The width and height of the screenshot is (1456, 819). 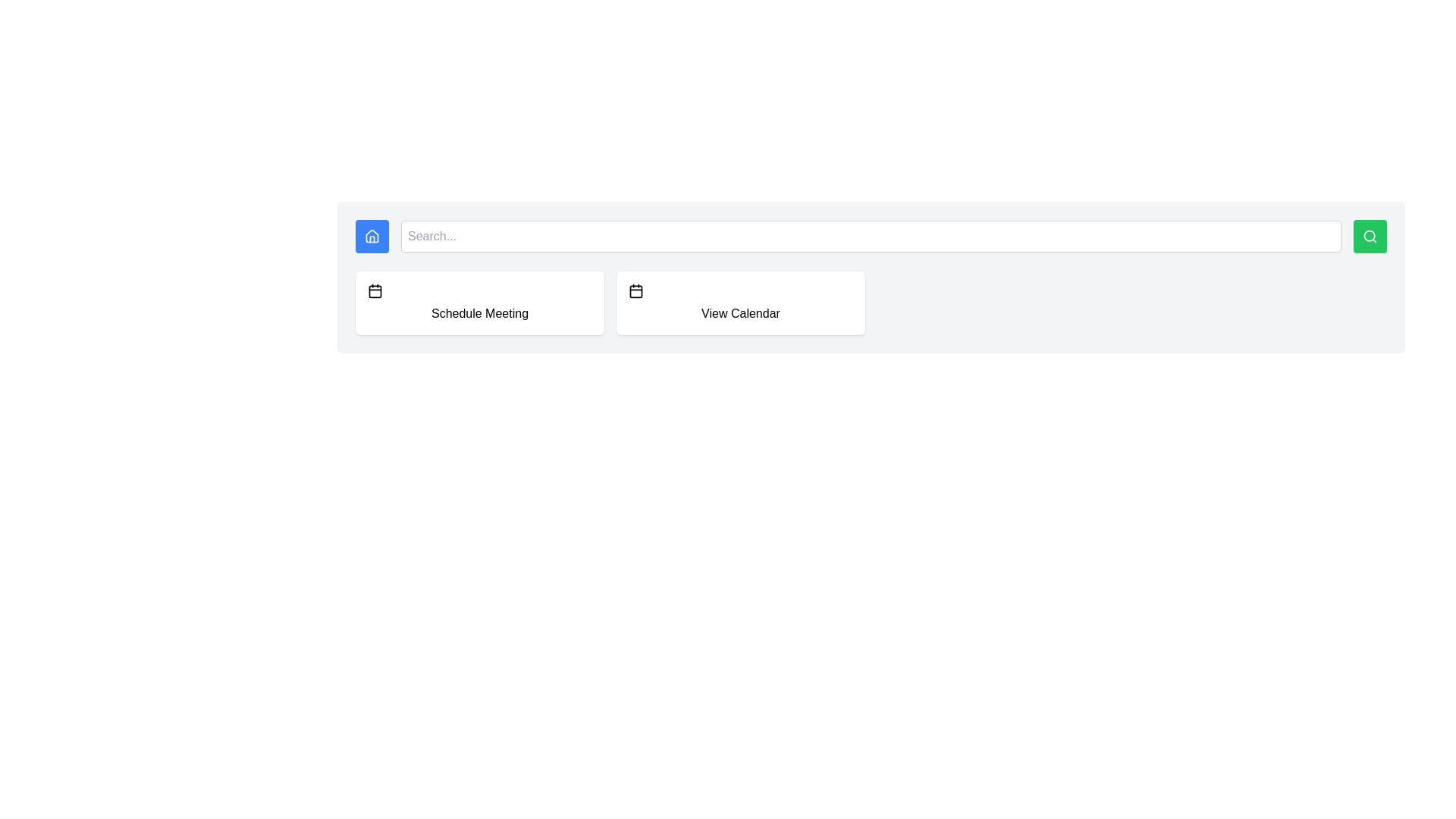 I want to click on the magnifying glass search icon located within the green button at the top-right corner of the user interface to initiate a search, so click(x=1370, y=237).